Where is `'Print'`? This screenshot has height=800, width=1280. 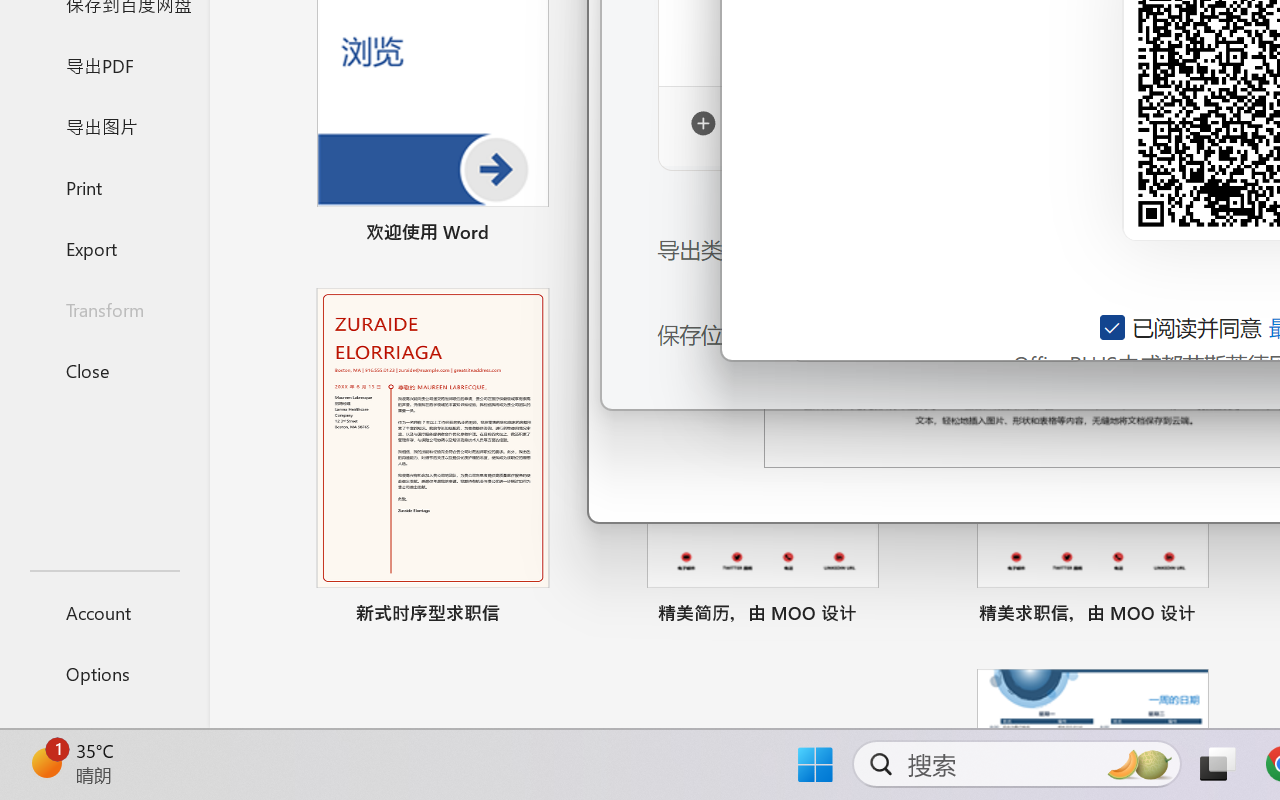
'Print' is located at coordinates (103, 186).